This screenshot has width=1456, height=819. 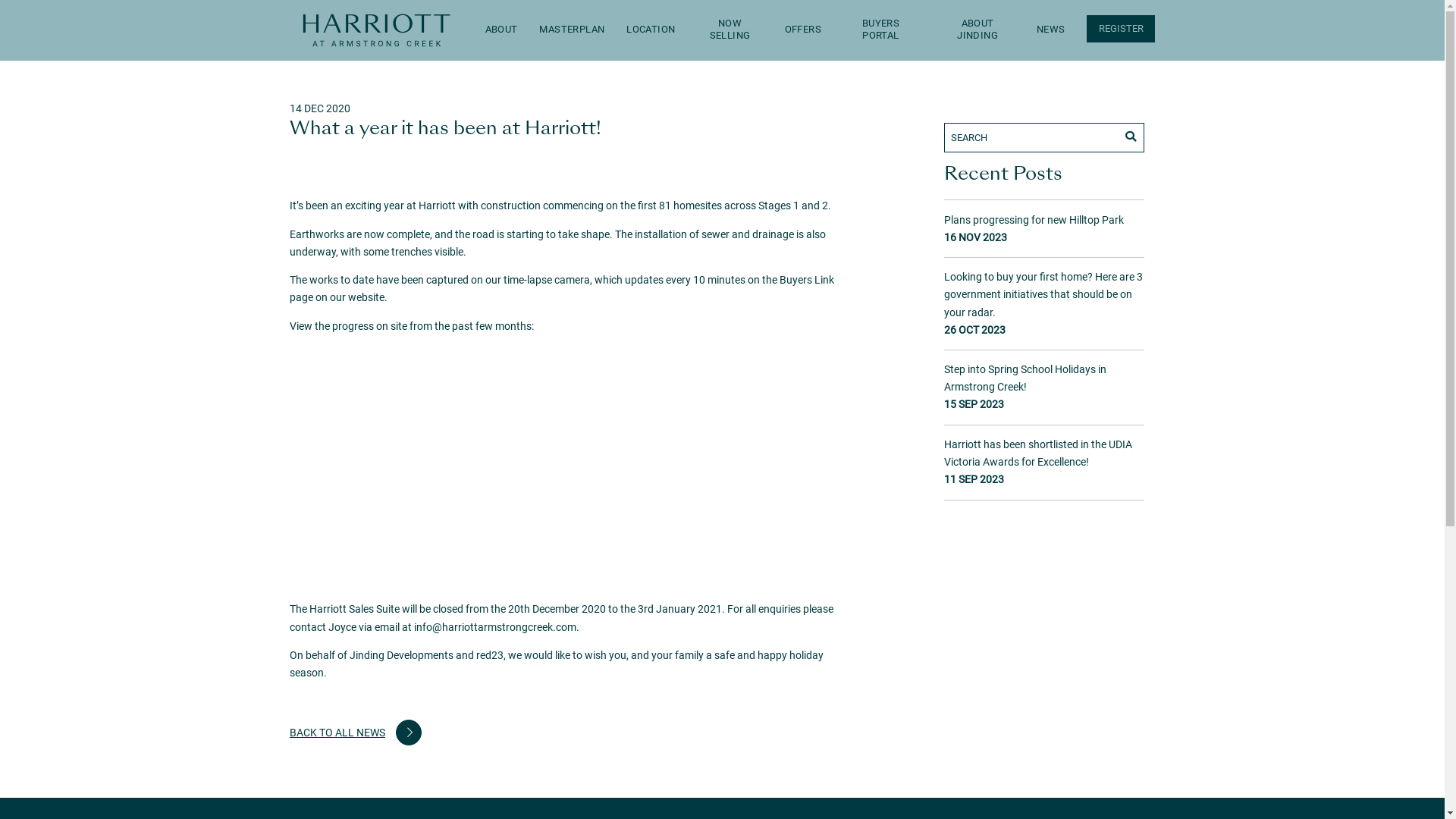 I want to click on 'Step into Spring School Holidays in Armstrong Creek!', so click(x=1025, y=377).